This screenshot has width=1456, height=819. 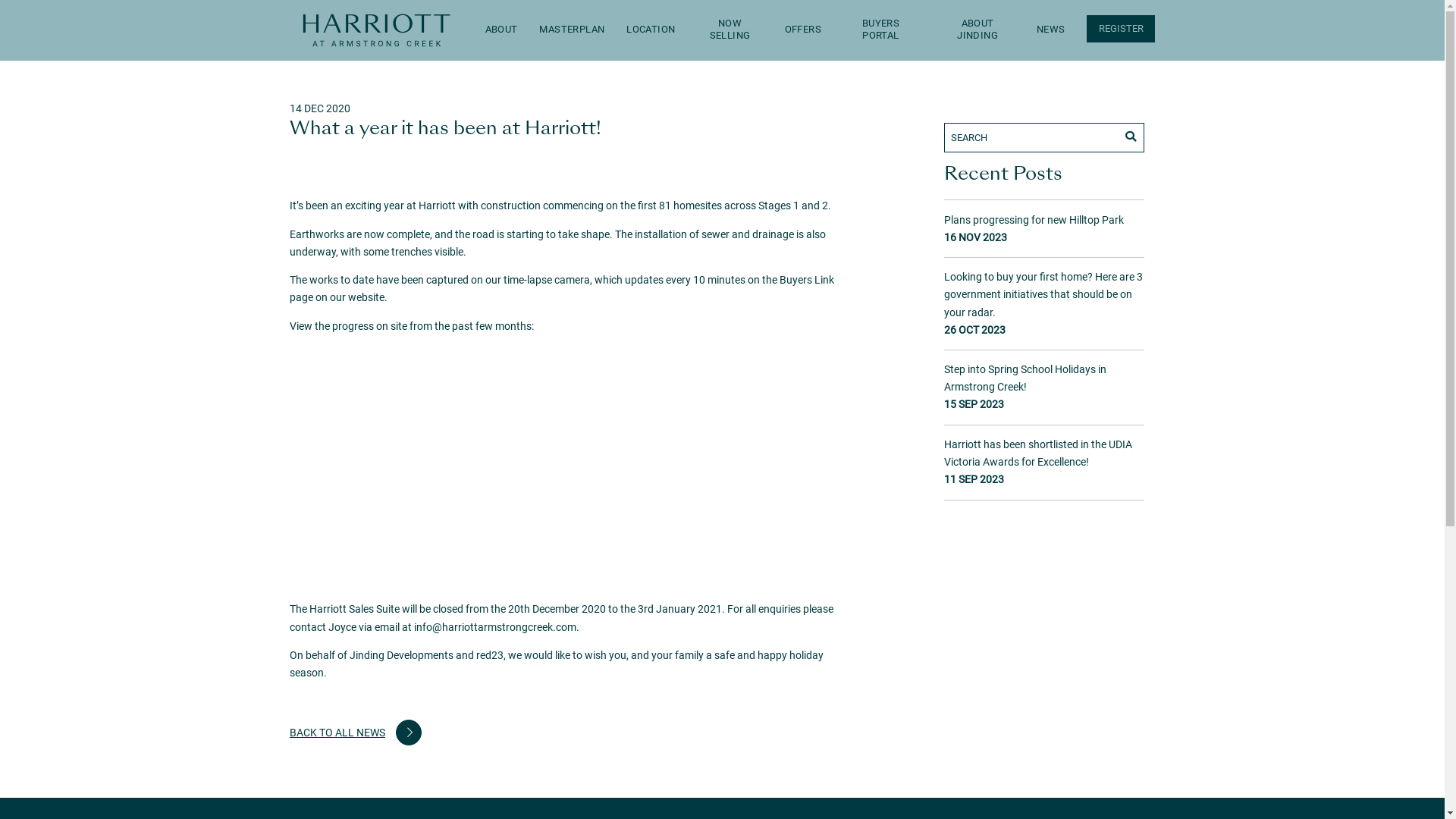 I want to click on 'Step into Spring School Holidays in Armstrong Creek!', so click(x=1025, y=377).